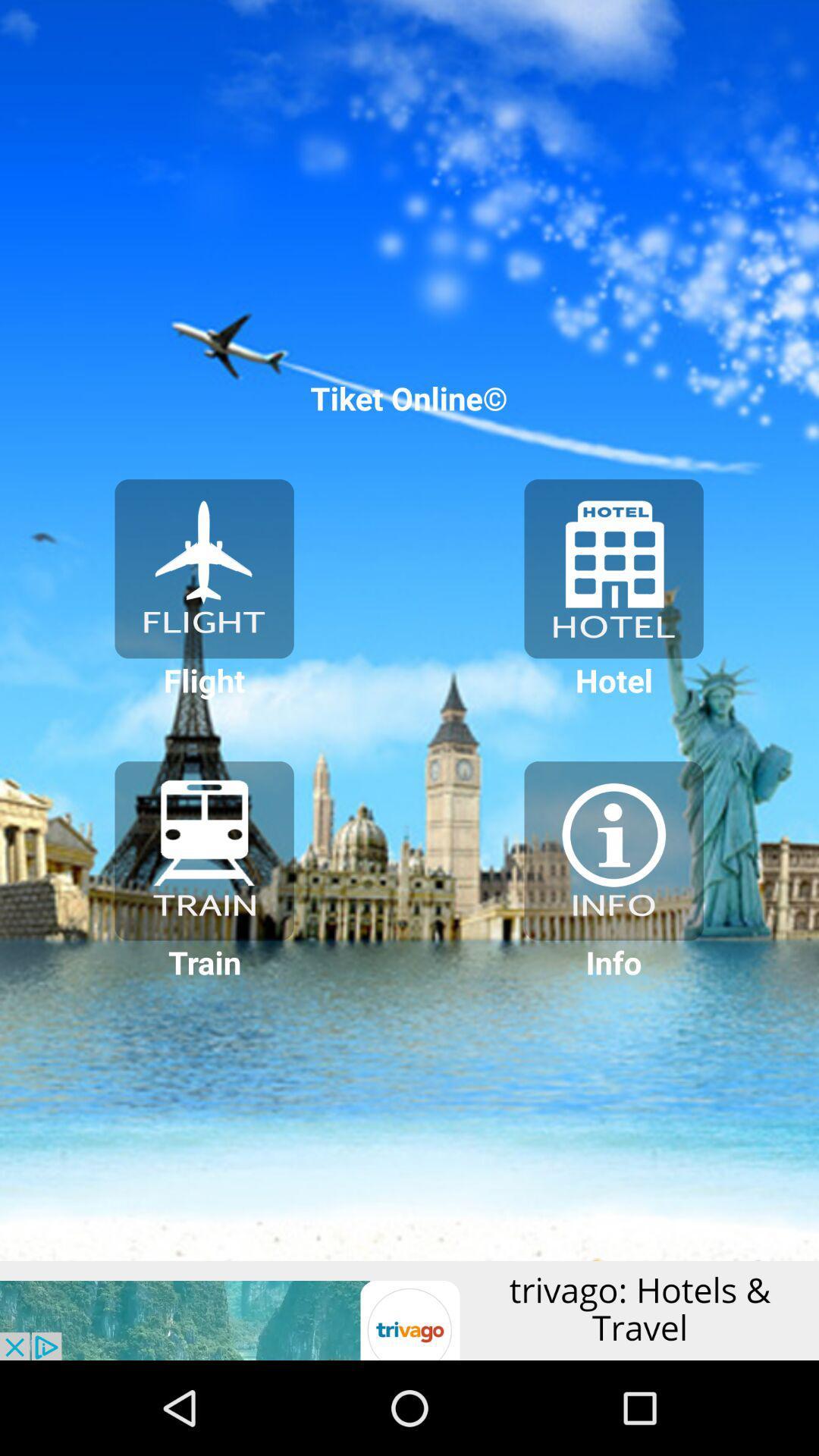 This screenshot has width=819, height=1456. Describe the element at coordinates (613, 851) in the screenshot. I see `customize` at that location.